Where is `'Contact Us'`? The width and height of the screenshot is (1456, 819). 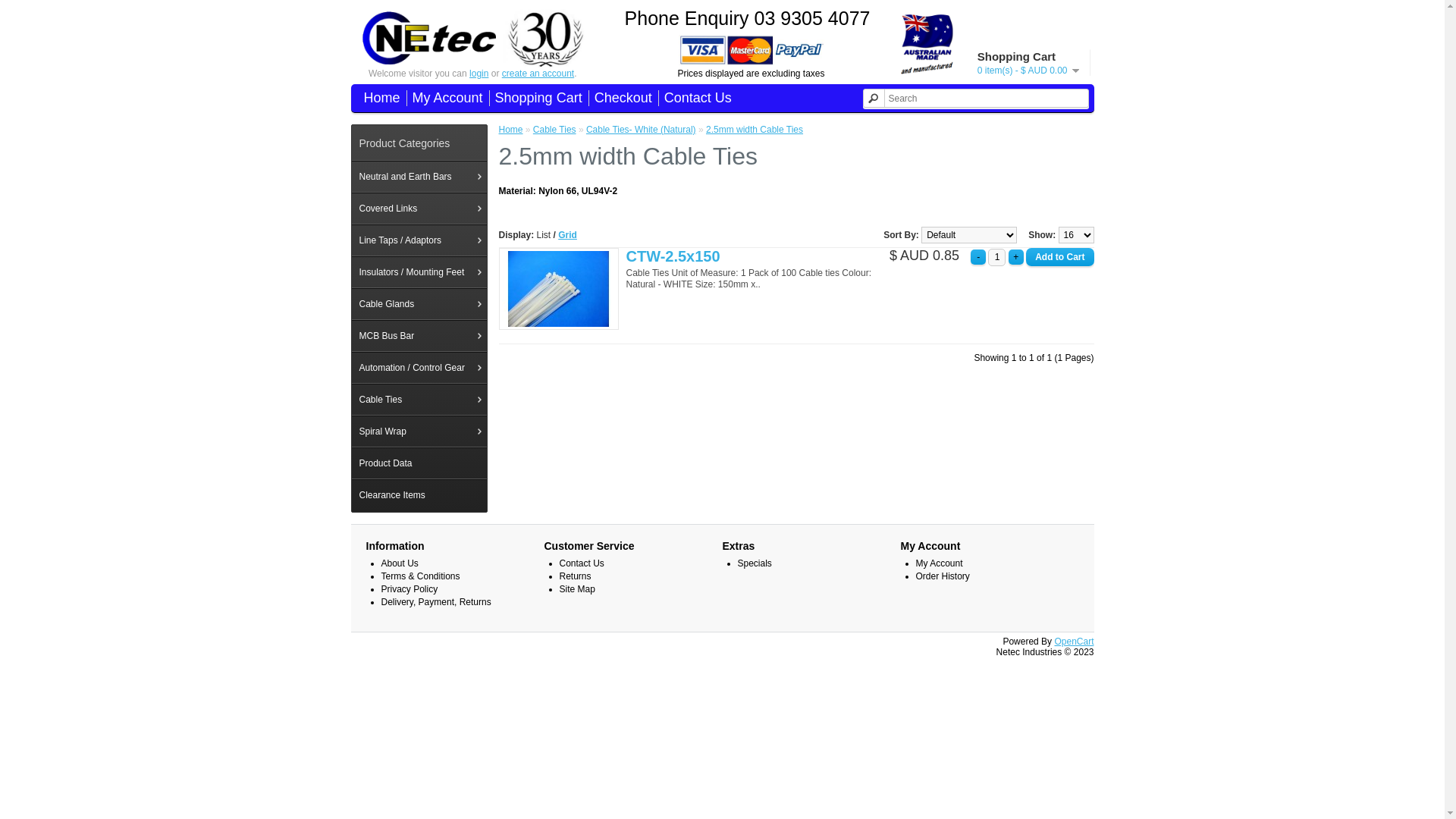 'Contact Us' is located at coordinates (694, 98).